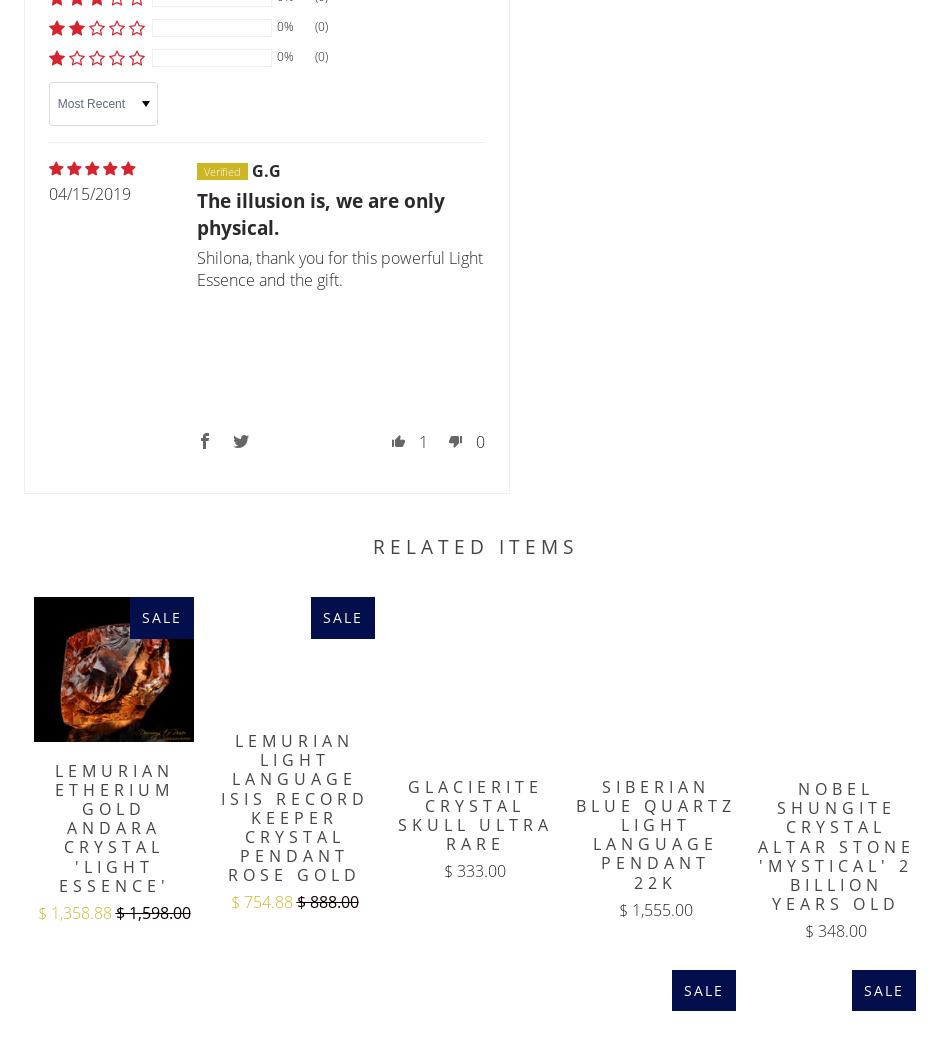 Image resolution: width=950 pixels, height=1058 pixels. I want to click on 'Related Items', so click(473, 546).